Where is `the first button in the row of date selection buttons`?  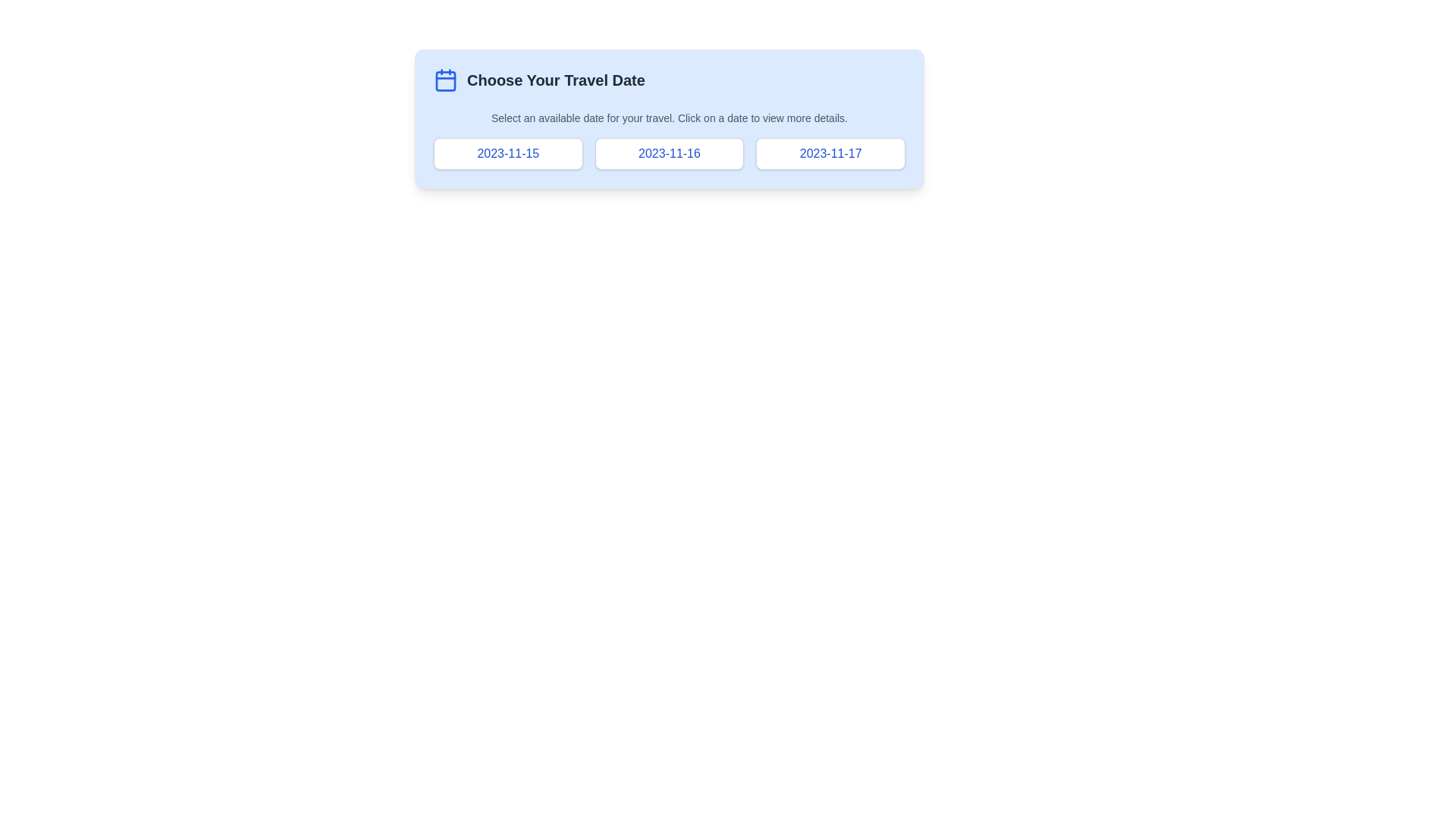
the first button in the row of date selection buttons is located at coordinates (508, 154).